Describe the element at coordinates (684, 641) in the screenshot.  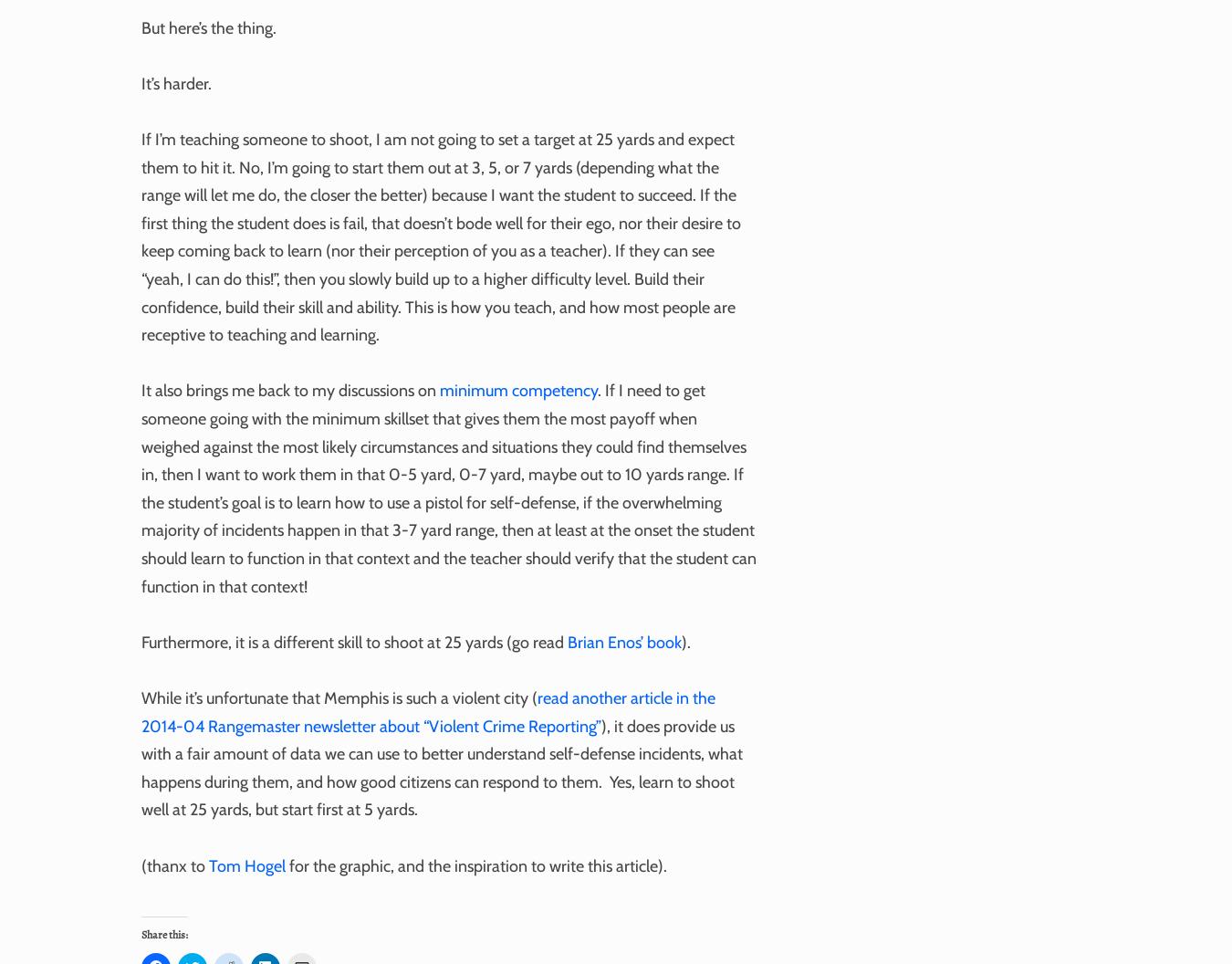
I see `').'` at that location.